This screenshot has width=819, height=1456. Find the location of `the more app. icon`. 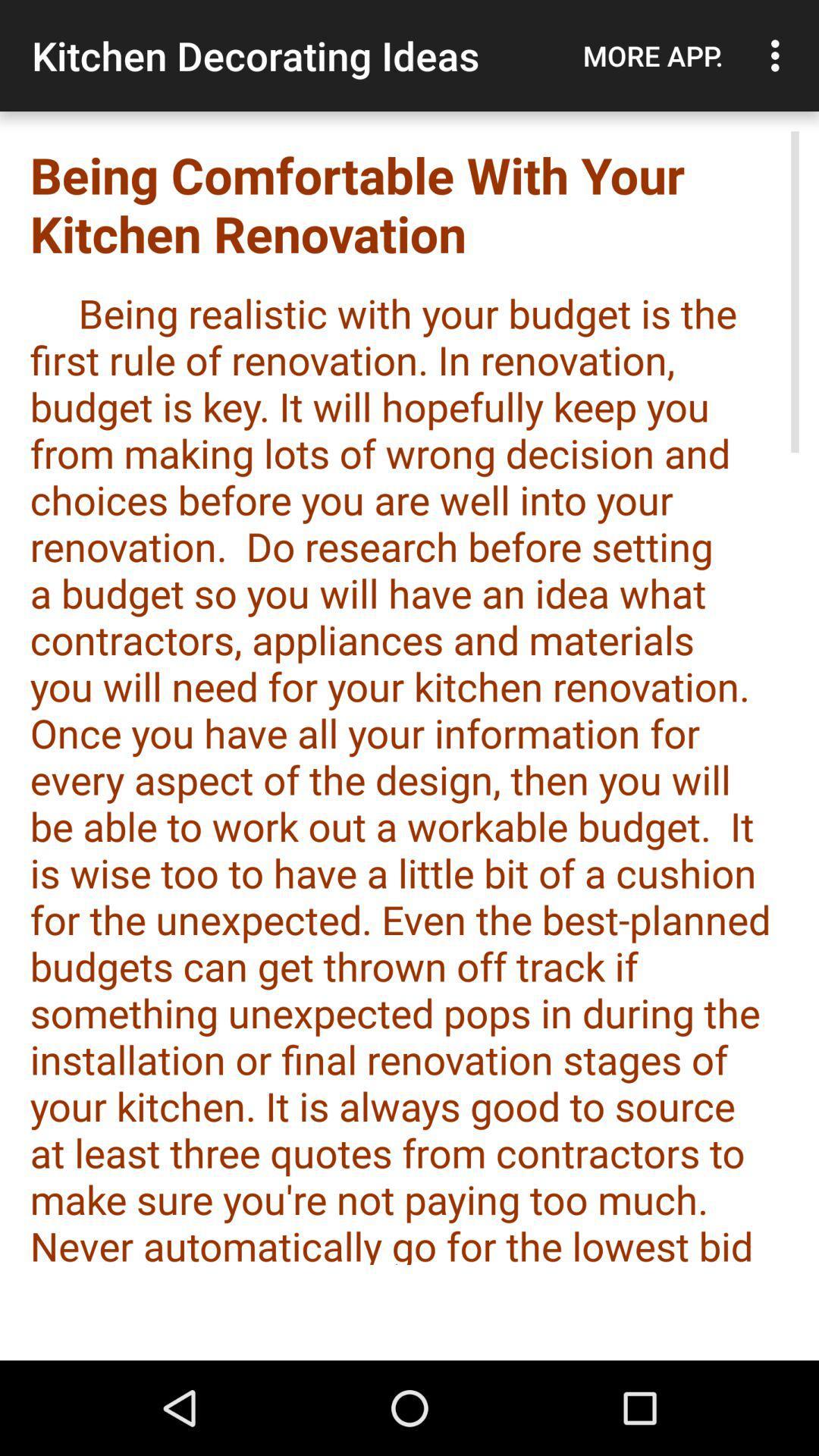

the more app. icon is located at coordinates (652, 55).